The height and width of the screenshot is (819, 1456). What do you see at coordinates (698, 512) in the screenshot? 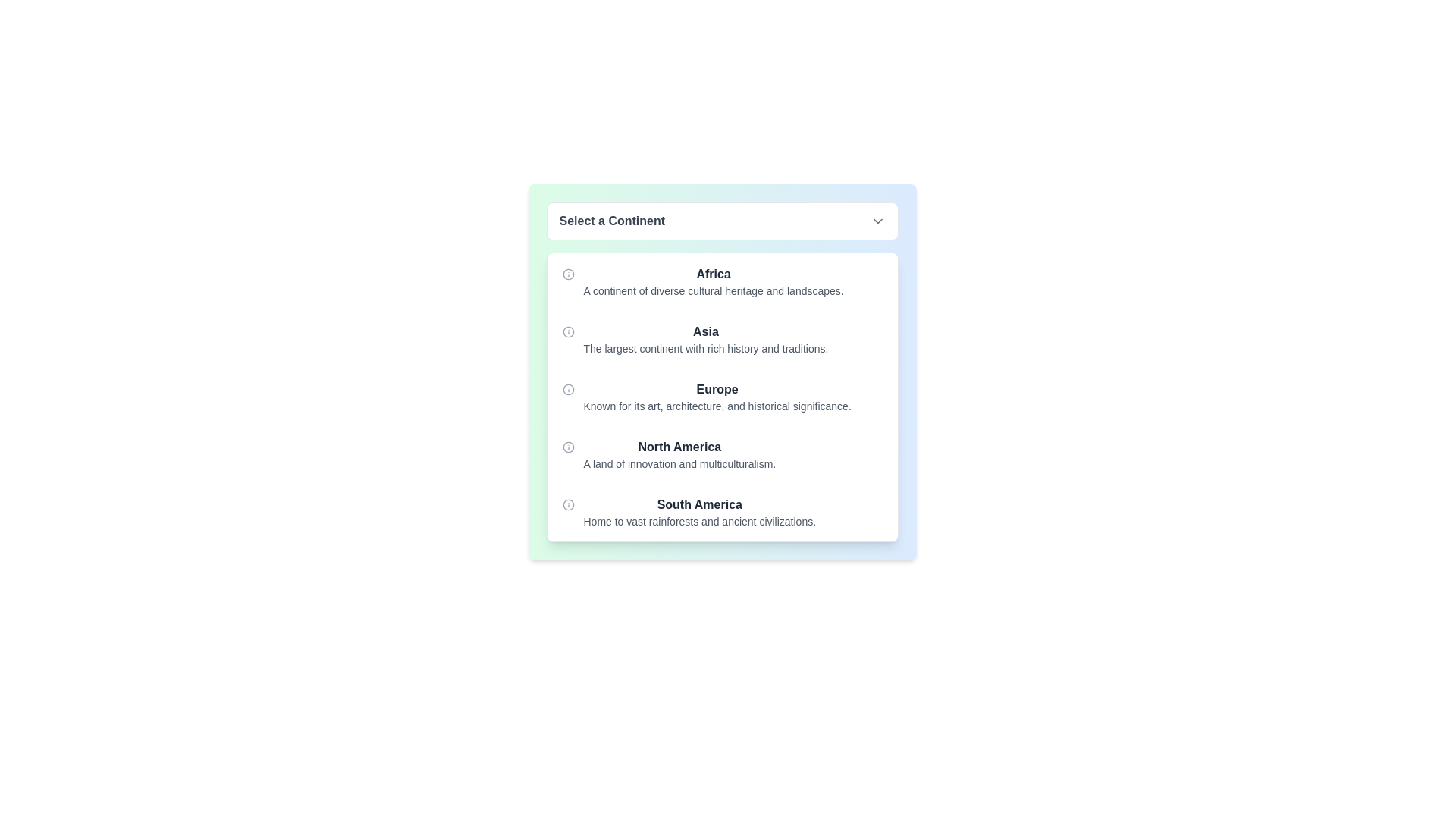
I see `to select the continent 'South America' which is the last option in the dropdown menu panel, styled with bold text and accompanied by a subtext` at bounding box center [698, 512].